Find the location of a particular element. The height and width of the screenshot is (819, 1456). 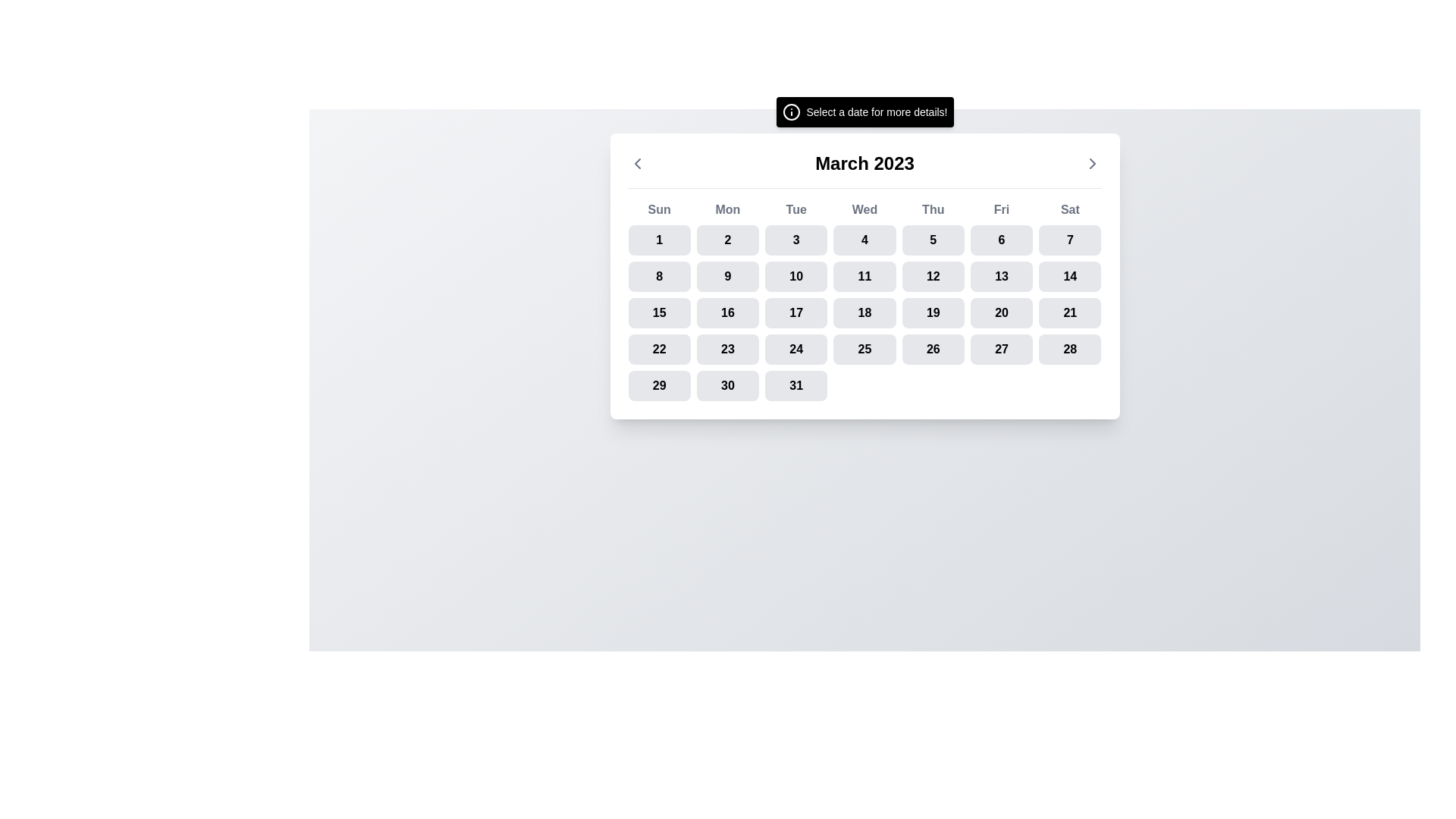

the date '14' button in the bottom-right corner of the calendar grid is located at coordinates (1069, 277).